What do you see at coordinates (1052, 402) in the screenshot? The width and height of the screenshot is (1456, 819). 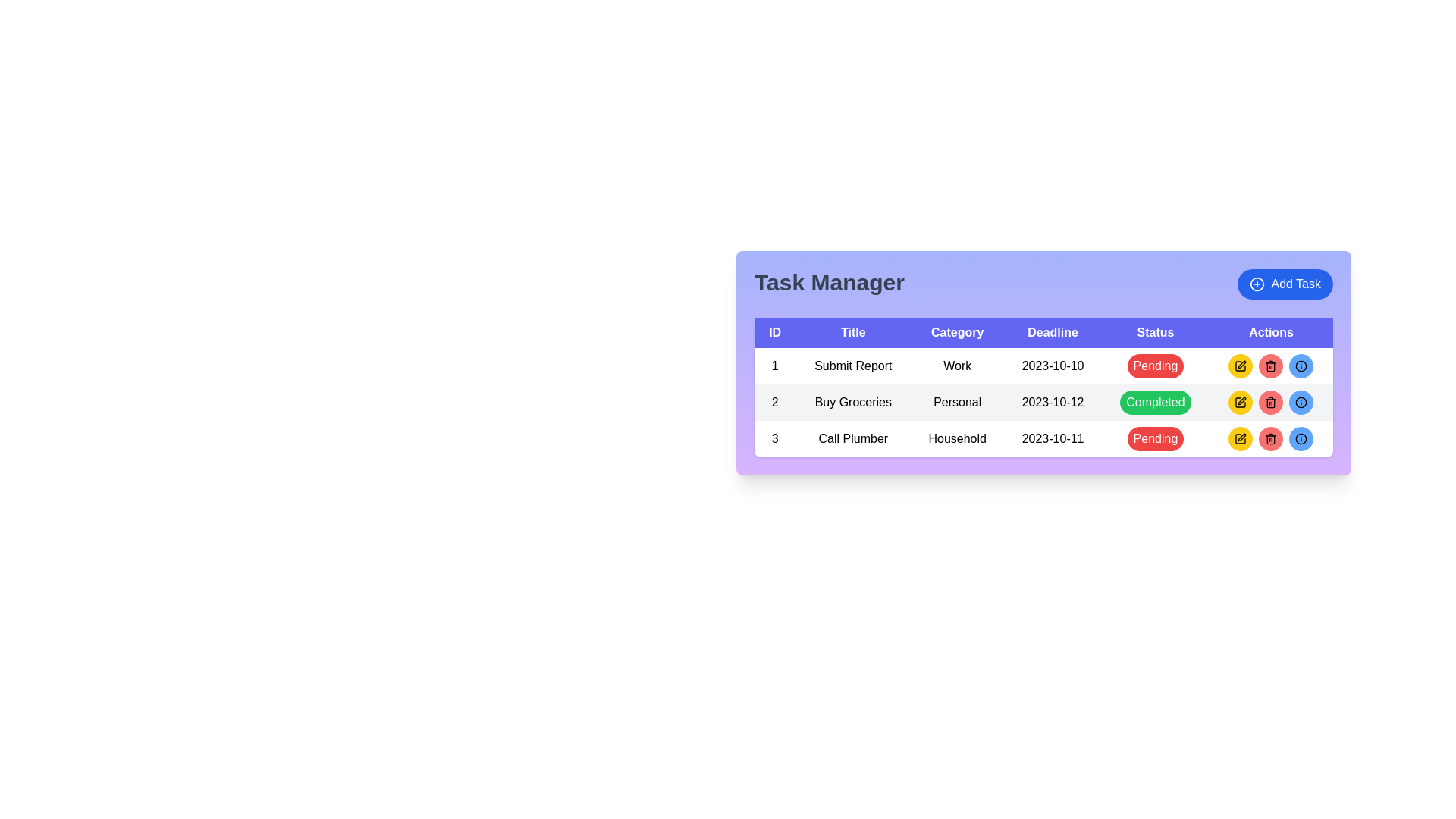 I see `displayed date '2023-10-12' located in the 'Deadline' column of the second row in the table under the 'Task Manager' header` at bounding box center [1052, 402].